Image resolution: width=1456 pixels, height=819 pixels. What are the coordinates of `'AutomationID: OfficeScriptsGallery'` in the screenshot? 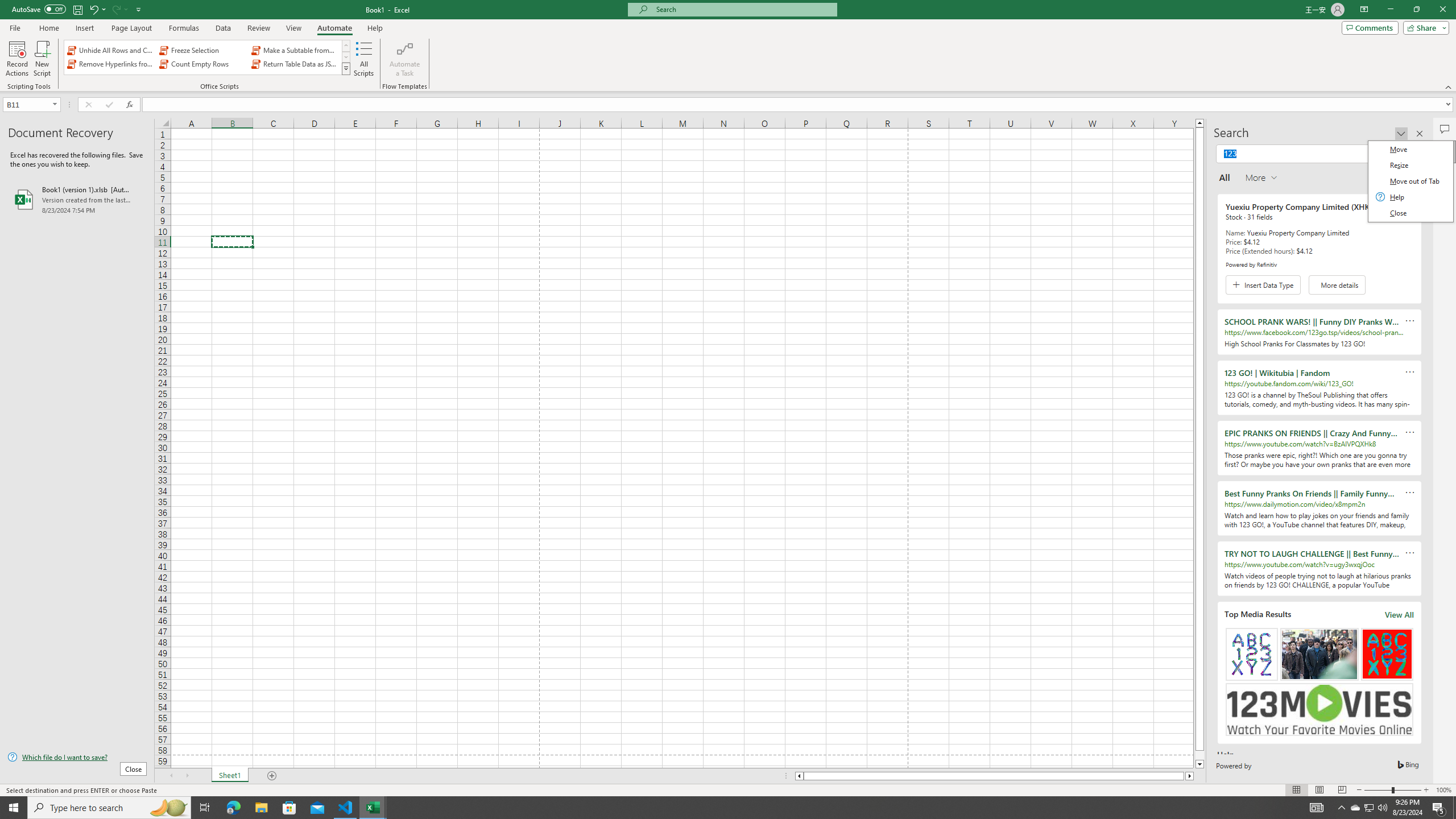 It's located at (206, 57).